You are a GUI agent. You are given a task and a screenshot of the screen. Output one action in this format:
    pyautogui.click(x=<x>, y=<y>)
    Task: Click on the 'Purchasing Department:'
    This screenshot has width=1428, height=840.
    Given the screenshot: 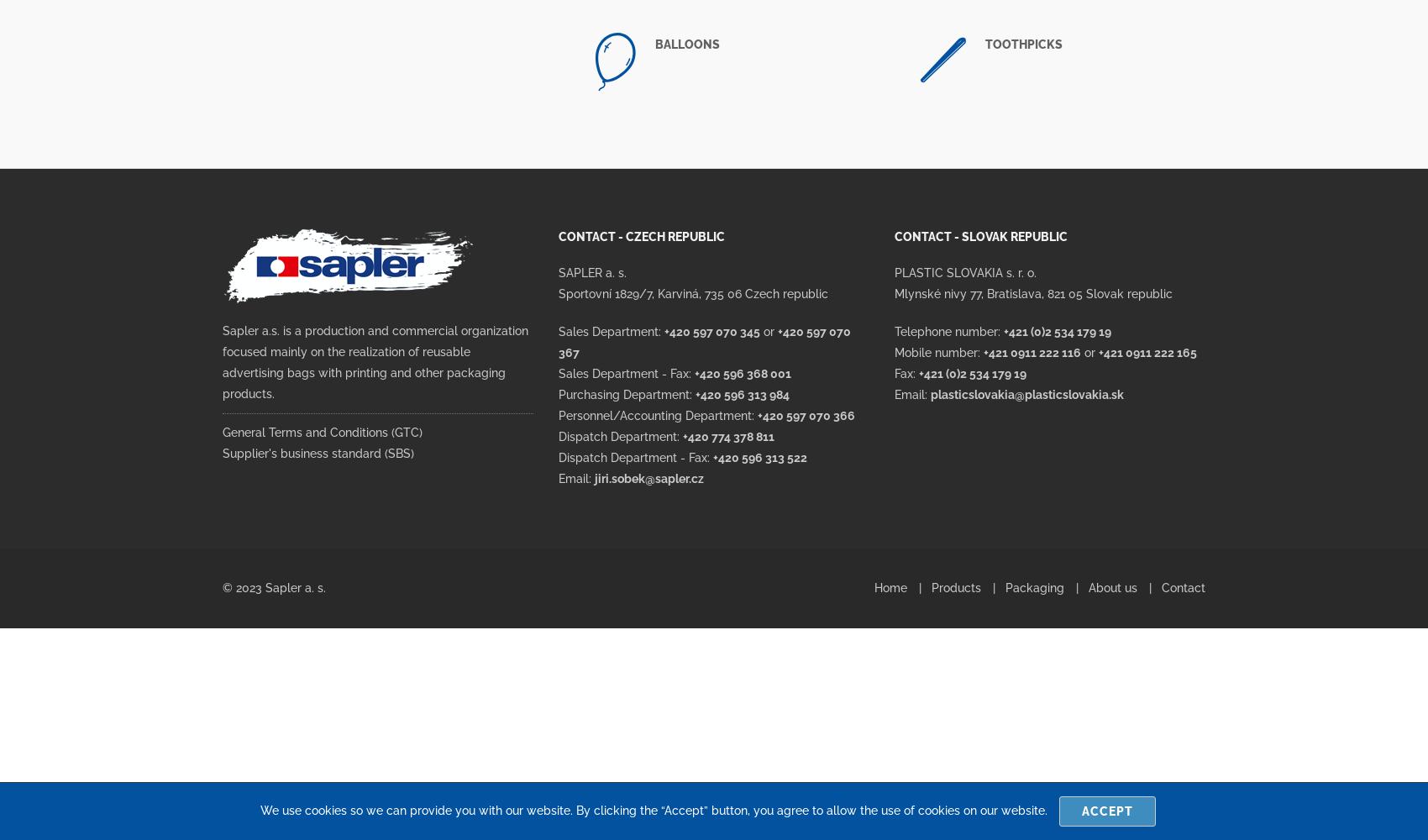 What is the action you would take?
    pyautogui.click(x=626, y=394)
    